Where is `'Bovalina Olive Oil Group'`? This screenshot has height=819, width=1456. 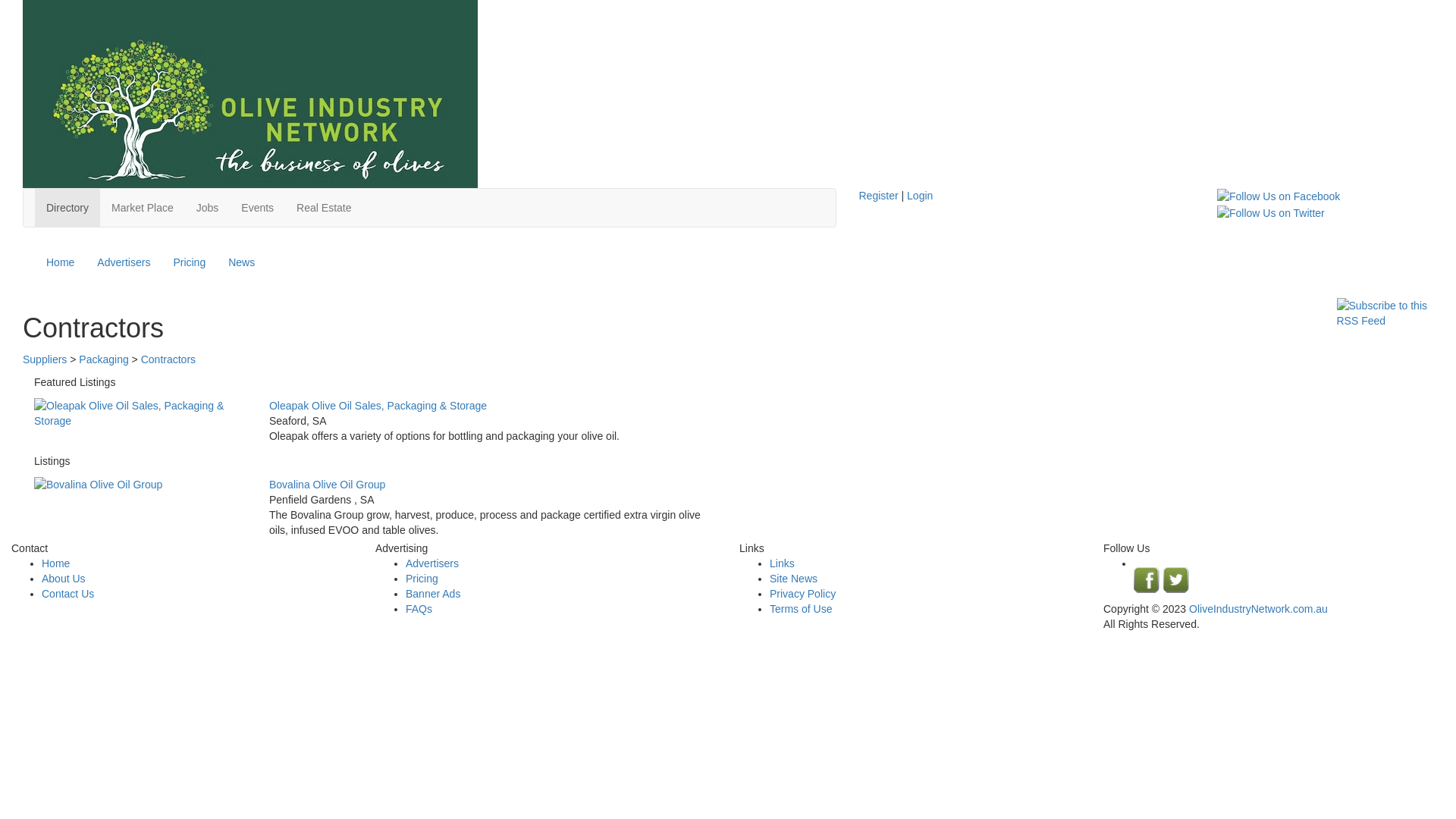 'Bovalina Olive Oil Group' is located at coordinates (33, 485).